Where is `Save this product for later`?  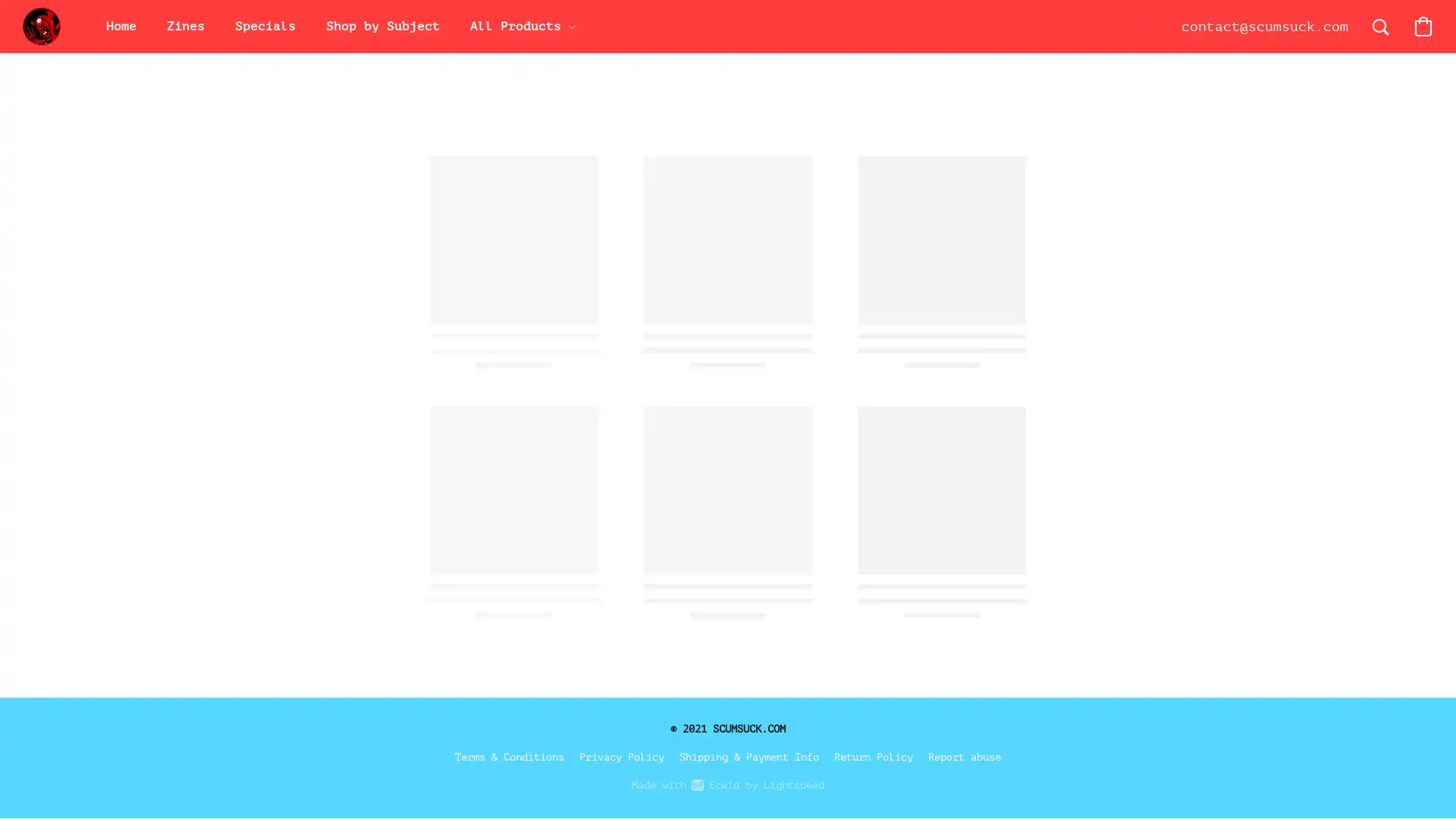
Save this product for later is located at coordinates (940, 576).